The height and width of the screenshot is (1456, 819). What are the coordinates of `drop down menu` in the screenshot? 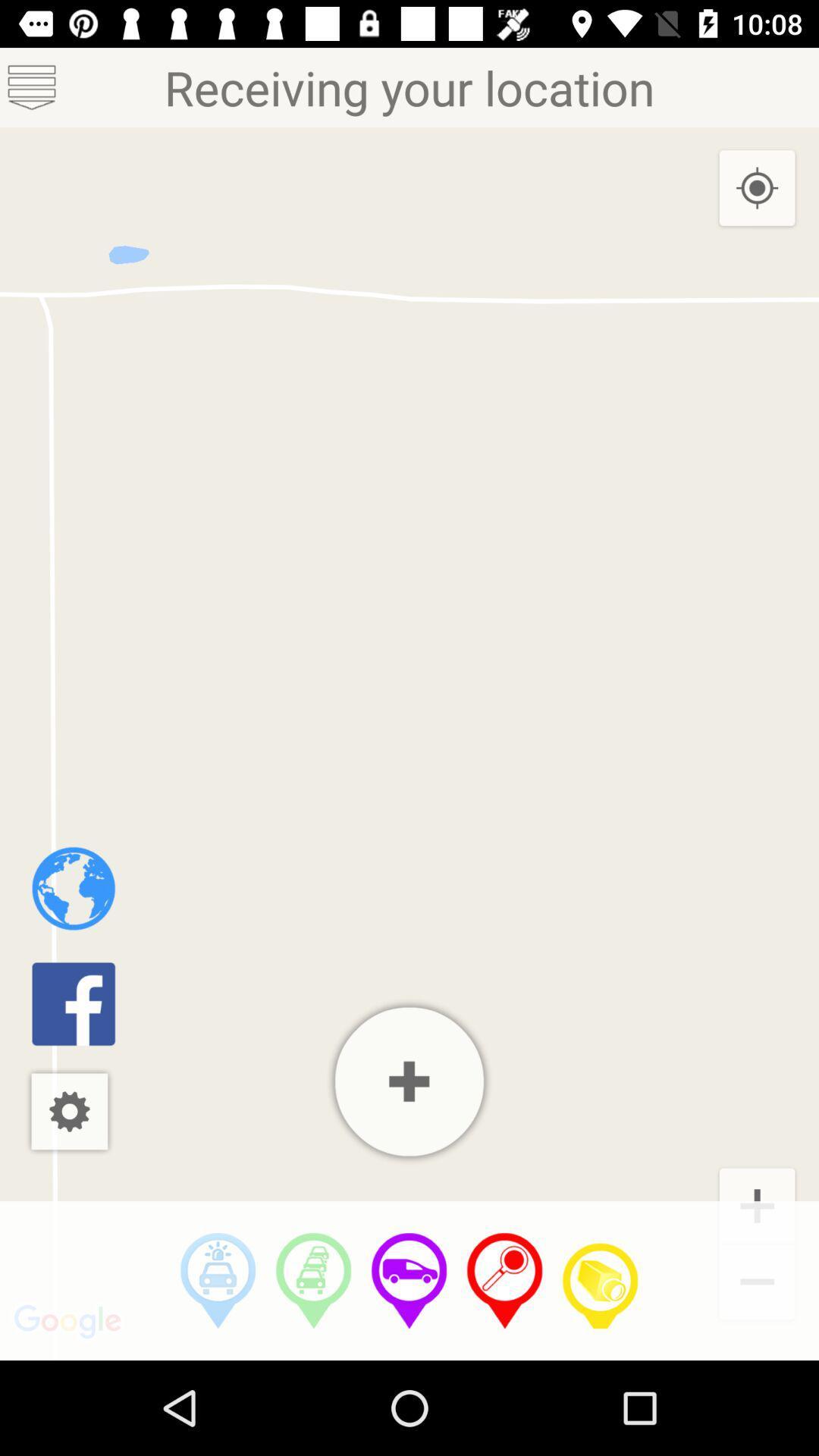 It's located at (32, 86).